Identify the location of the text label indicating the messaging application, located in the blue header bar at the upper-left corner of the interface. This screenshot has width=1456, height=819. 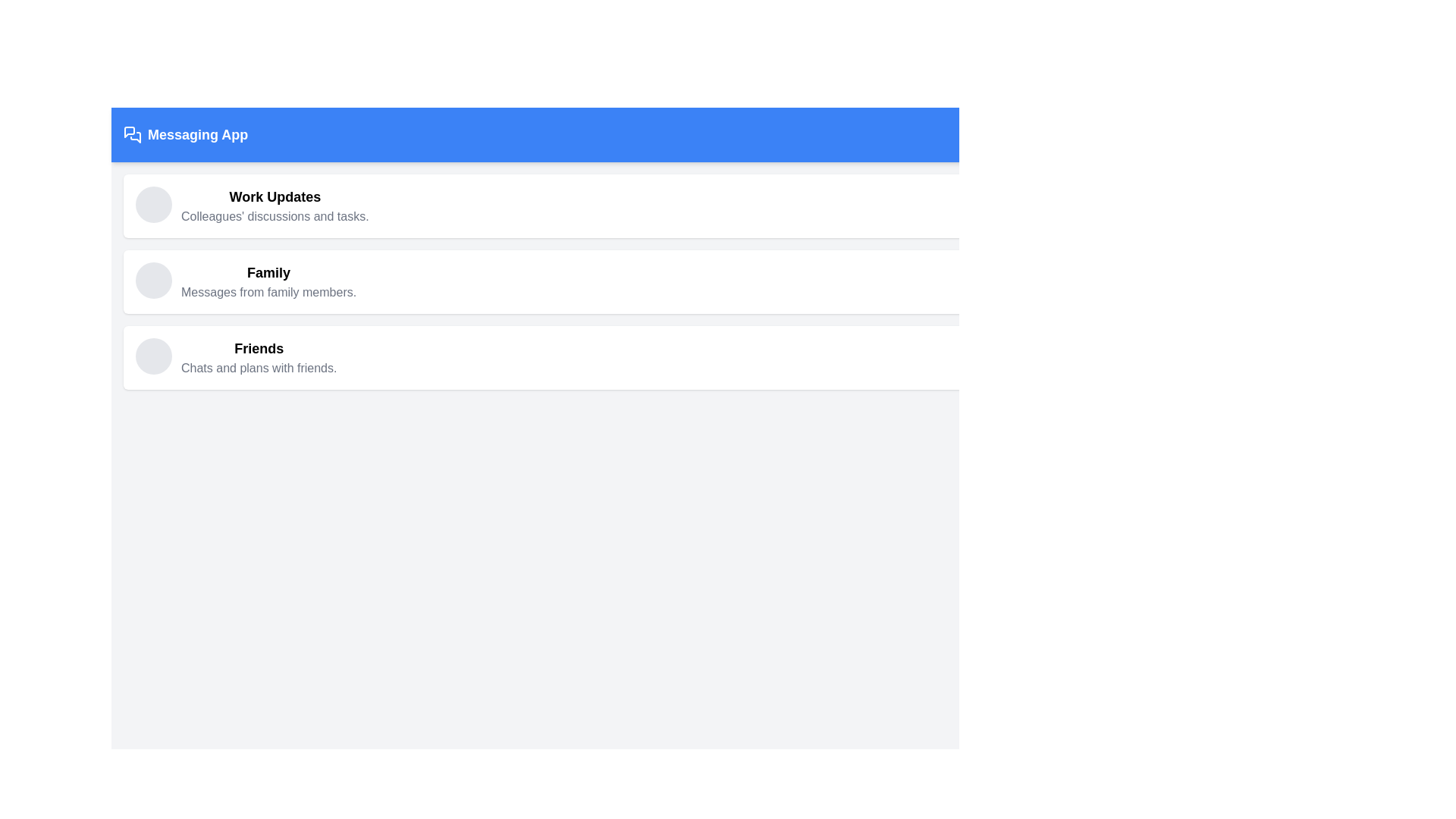
(185, 133).